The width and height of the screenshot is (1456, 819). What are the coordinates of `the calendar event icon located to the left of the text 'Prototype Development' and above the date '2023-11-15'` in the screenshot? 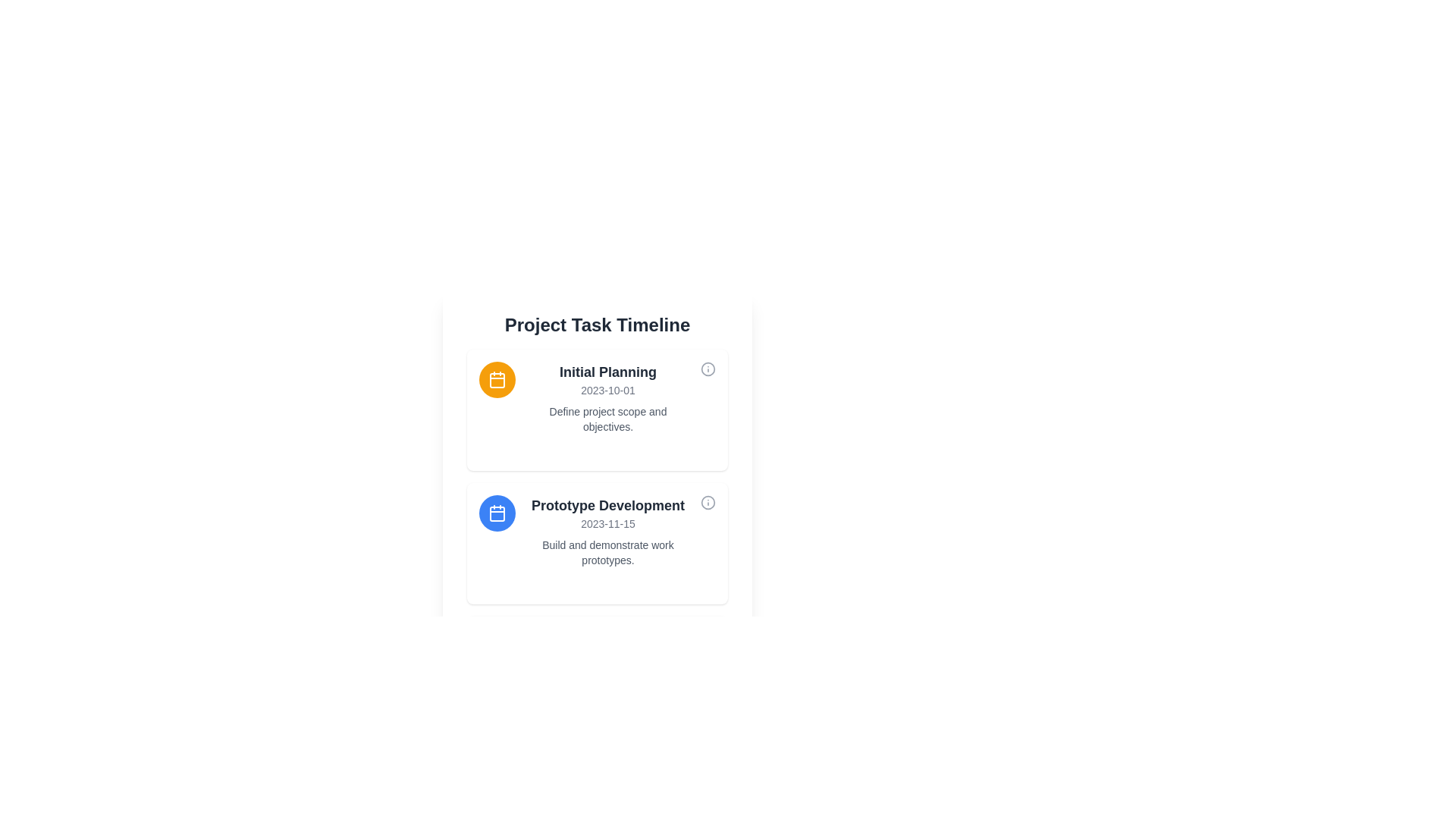 It's located at (497, 513).